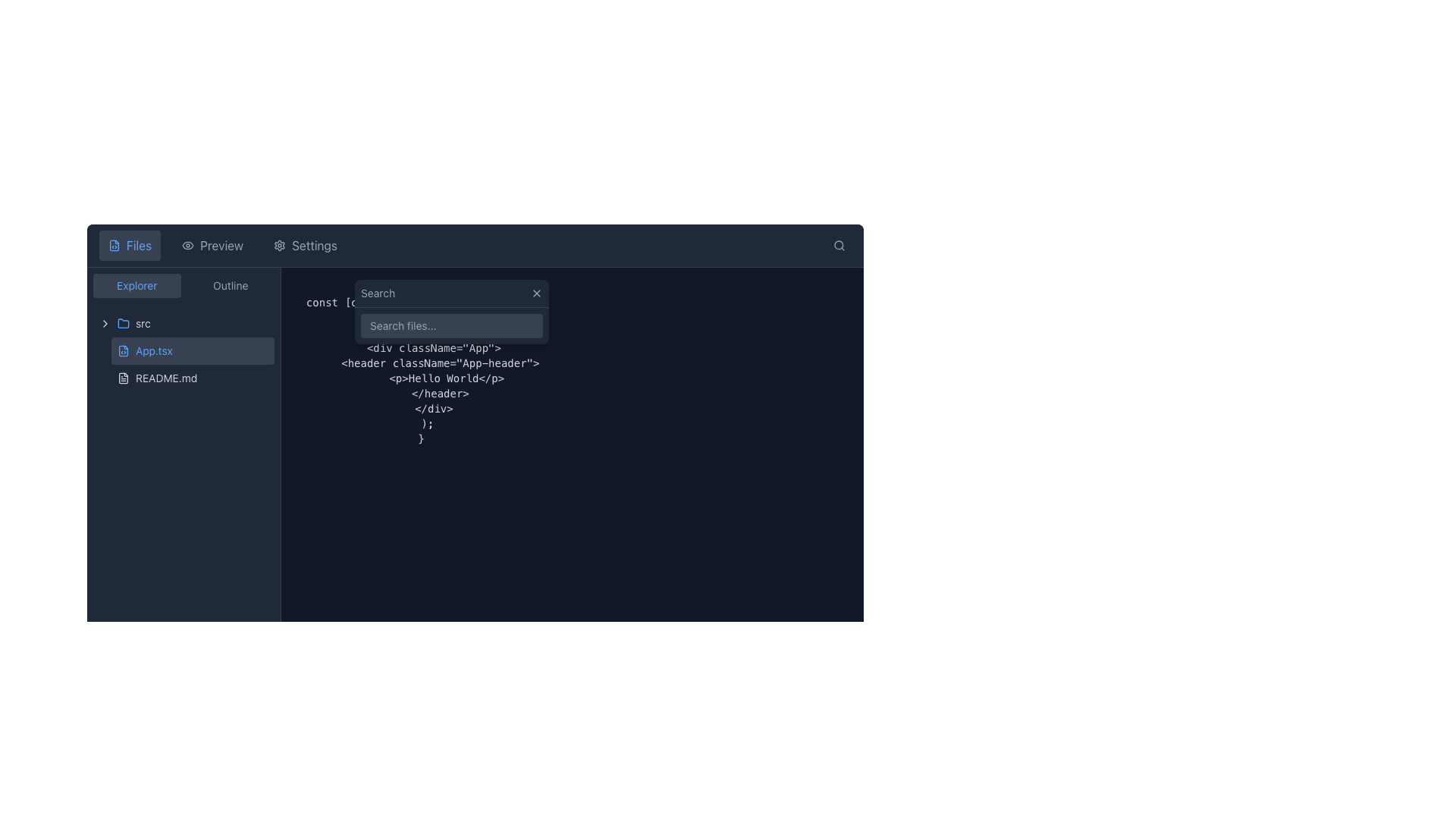 The image size is (1456, 819). I want to click on the navigation button with icon and text located at the top-right corner of the navigation bar, so click(305, 245).